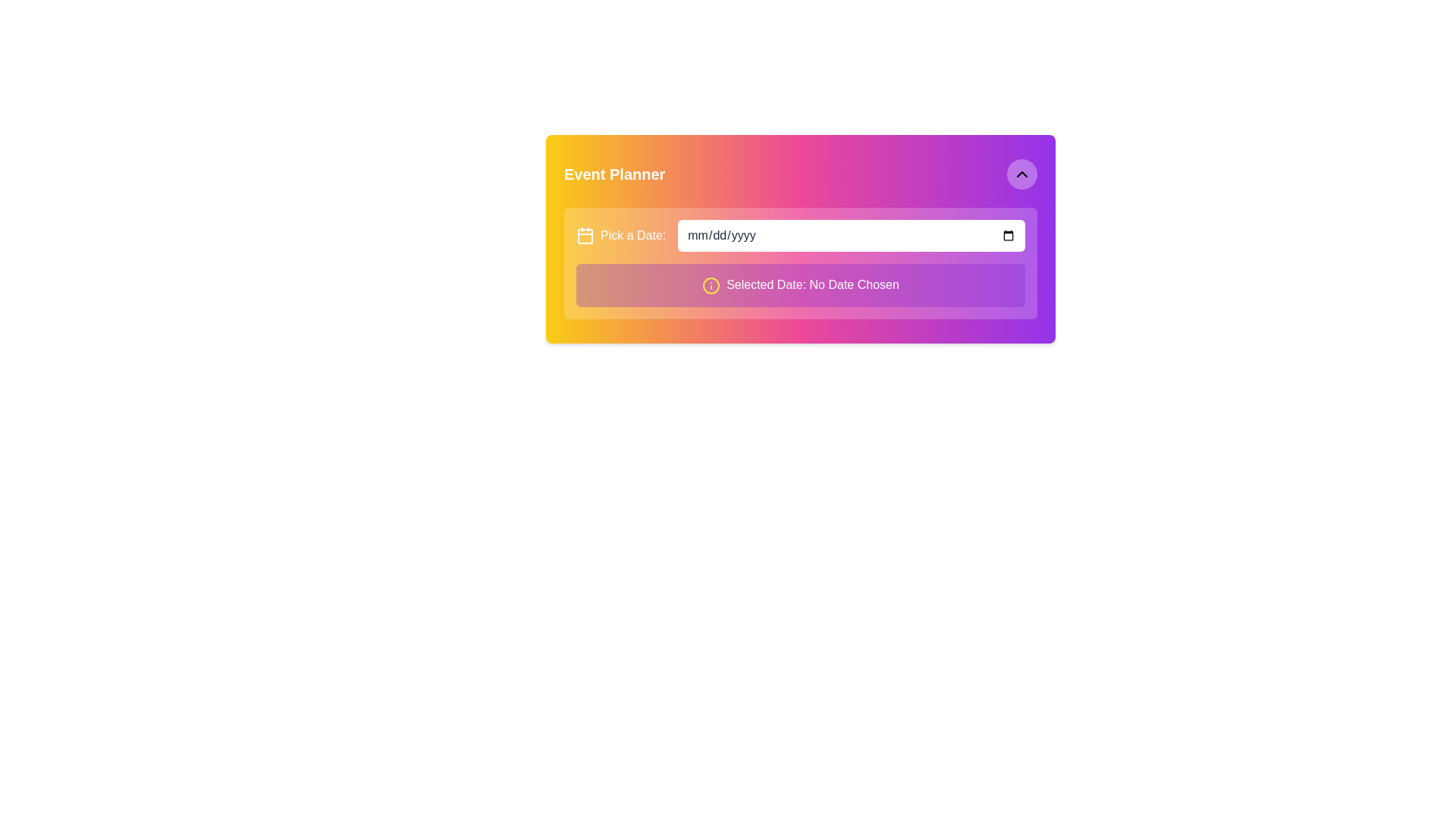 The height and width of the screenshot is (819, 1456). Describe the element at coordinates (633, 236) in the screenshot. I see `the text label that provides context for the adjacent date-picking input field, located in the upper-left portion of the form layout, next to the calendar icon` at that location.